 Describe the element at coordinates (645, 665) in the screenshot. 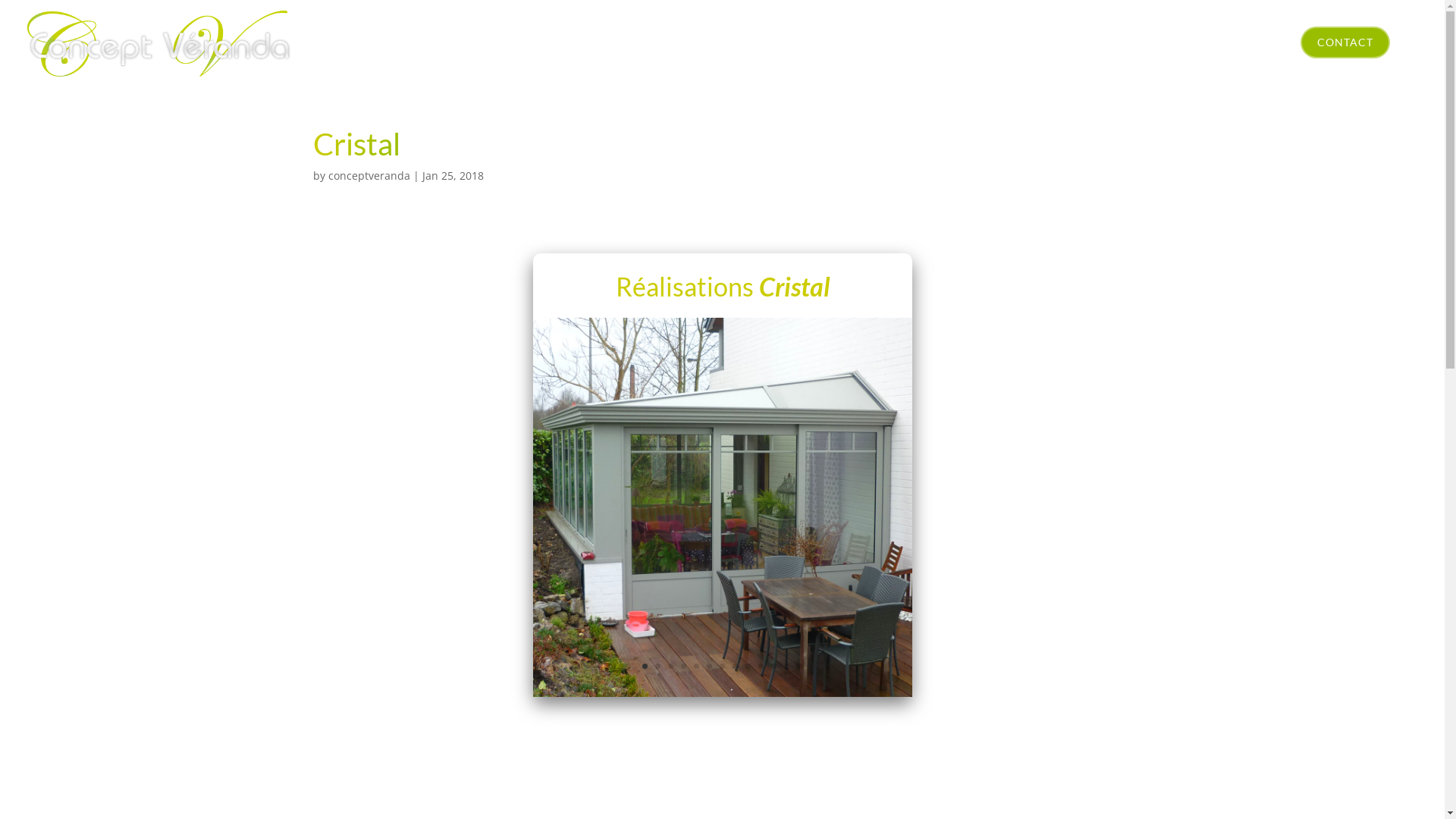

I see `'1'` at that location.